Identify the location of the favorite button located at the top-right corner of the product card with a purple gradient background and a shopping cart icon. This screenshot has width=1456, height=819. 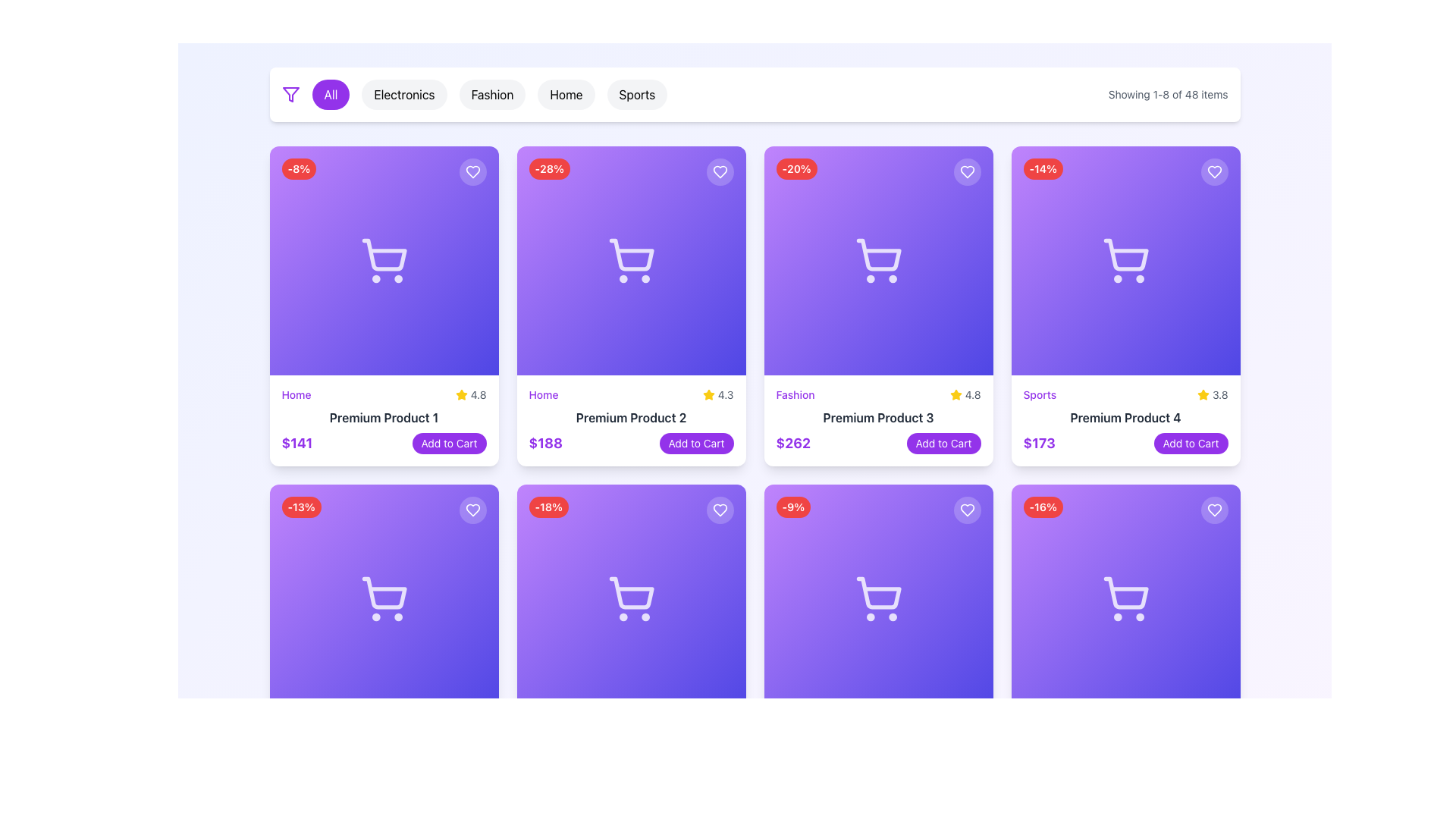
(472, 510).